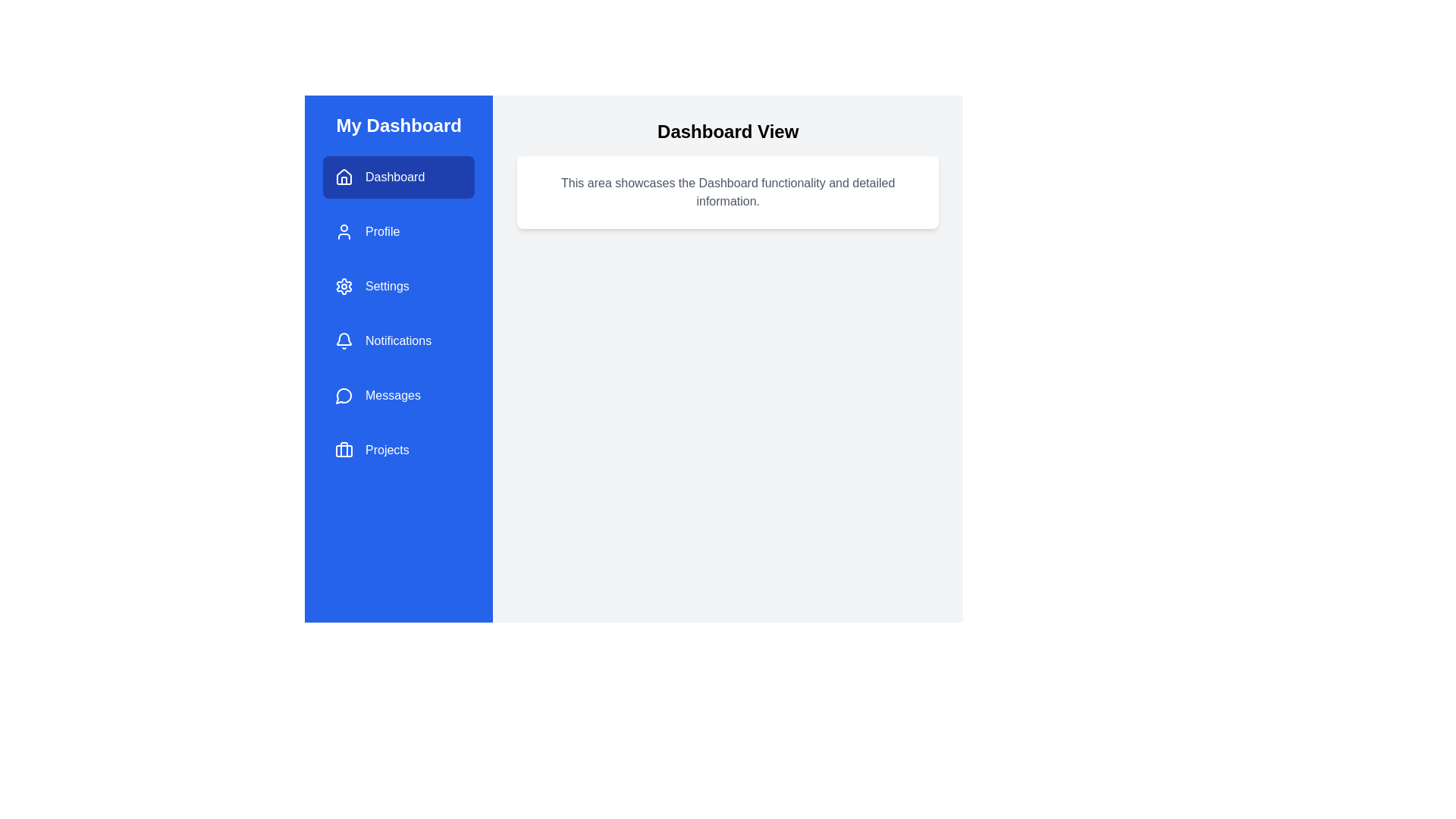 This screenshot has height=819, width=1456. I want to click on the menu item Notifications to navigate to its corresponding section, so click(399, 341).